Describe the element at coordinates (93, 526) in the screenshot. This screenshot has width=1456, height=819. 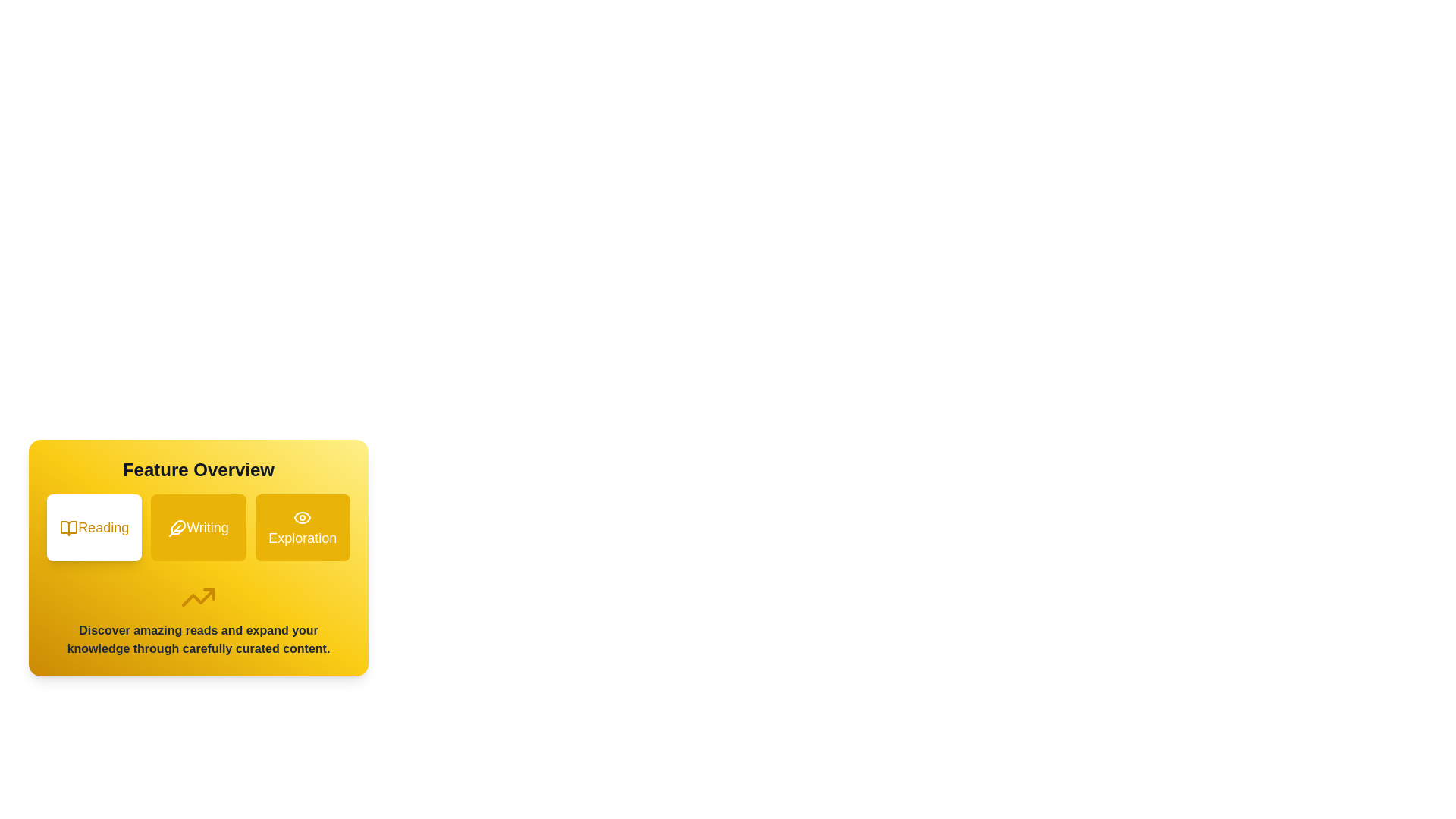
I see `the 'Reading' button located within the 'Feature Overview' panel` at that location.